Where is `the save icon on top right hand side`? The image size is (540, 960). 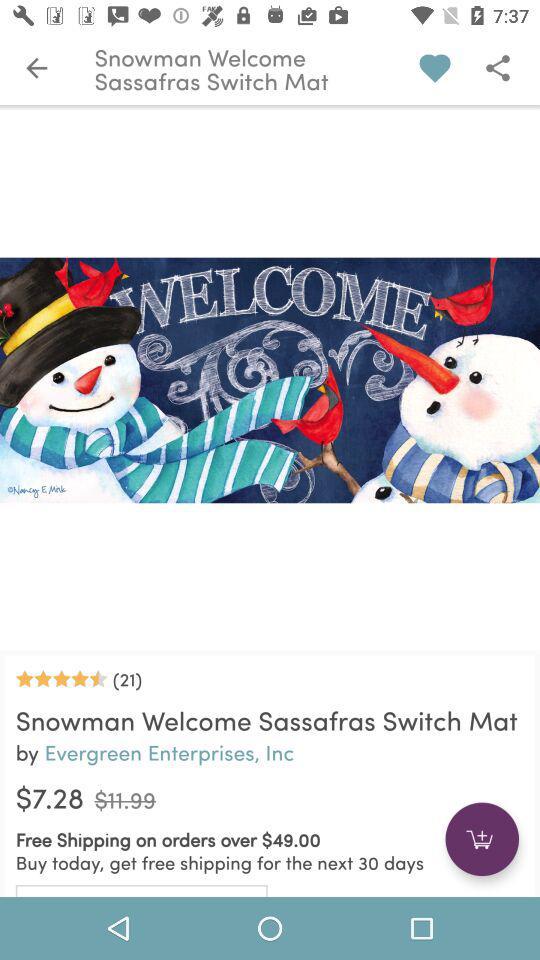 the save icon on top right hand side is located at coordinates (497, 67).